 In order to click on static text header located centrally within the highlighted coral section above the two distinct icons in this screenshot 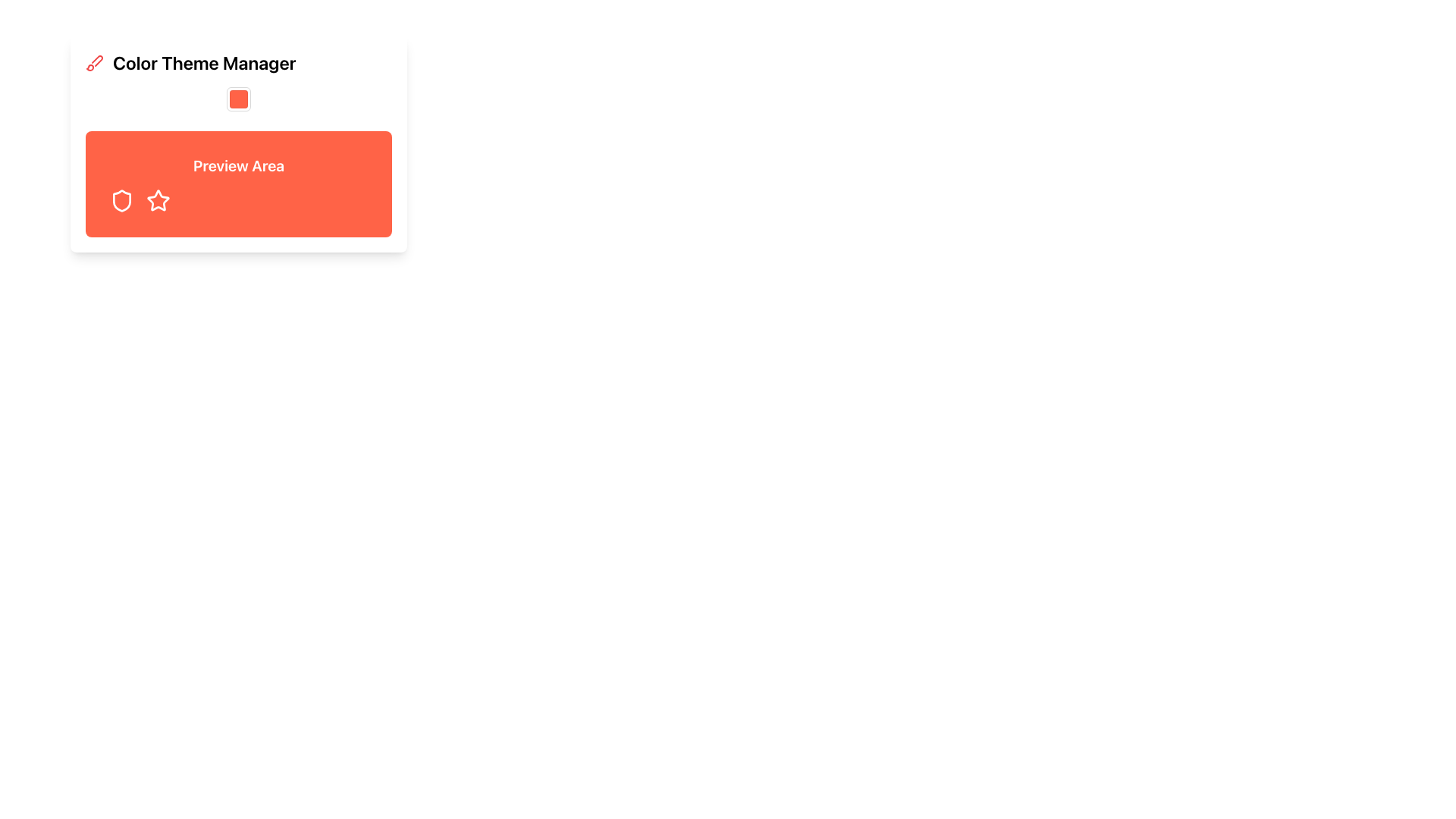, I will do `click(238, 166)`.